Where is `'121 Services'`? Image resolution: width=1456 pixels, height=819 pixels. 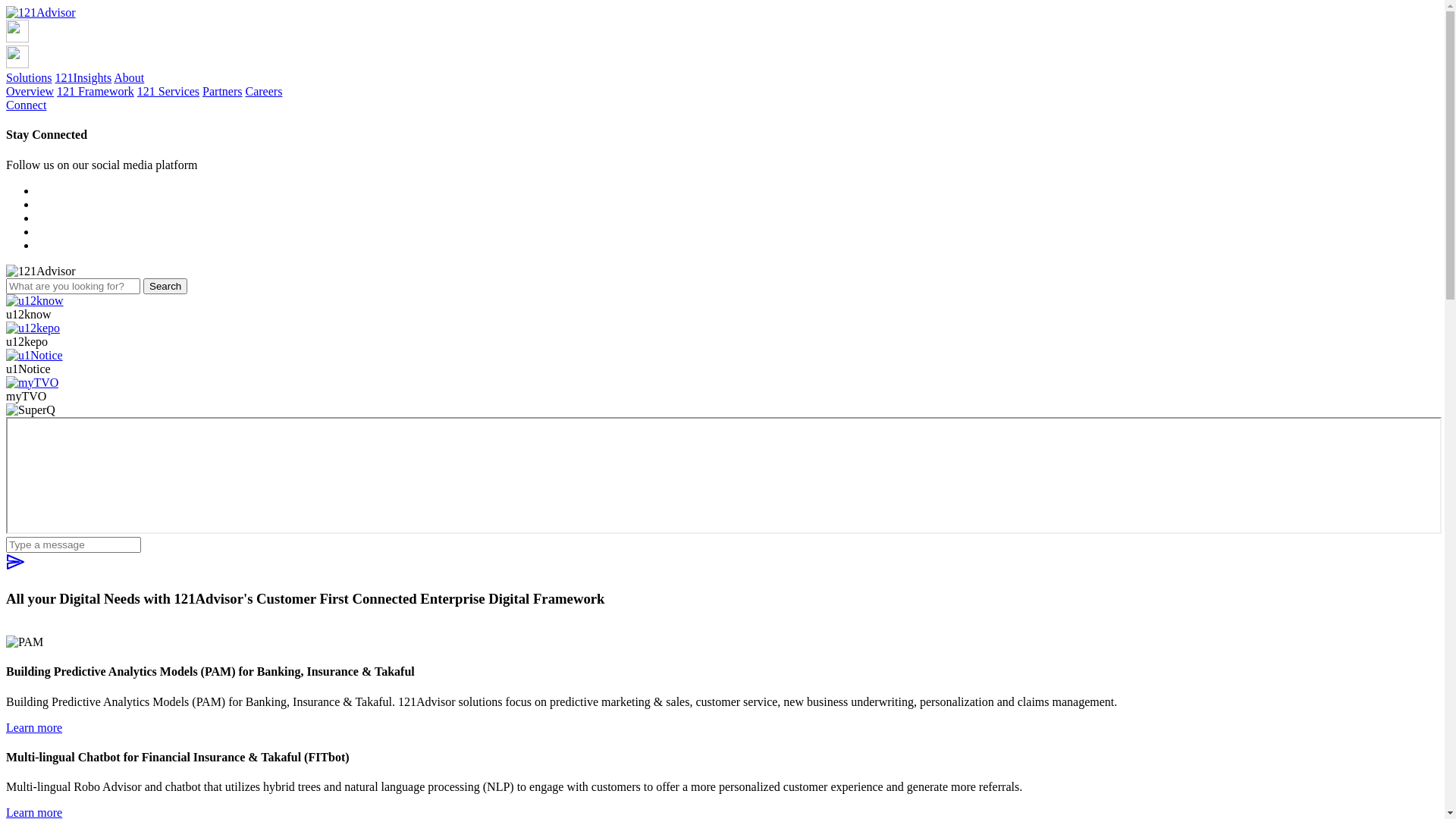
'121 Services' is located at coordinates (168, 91).